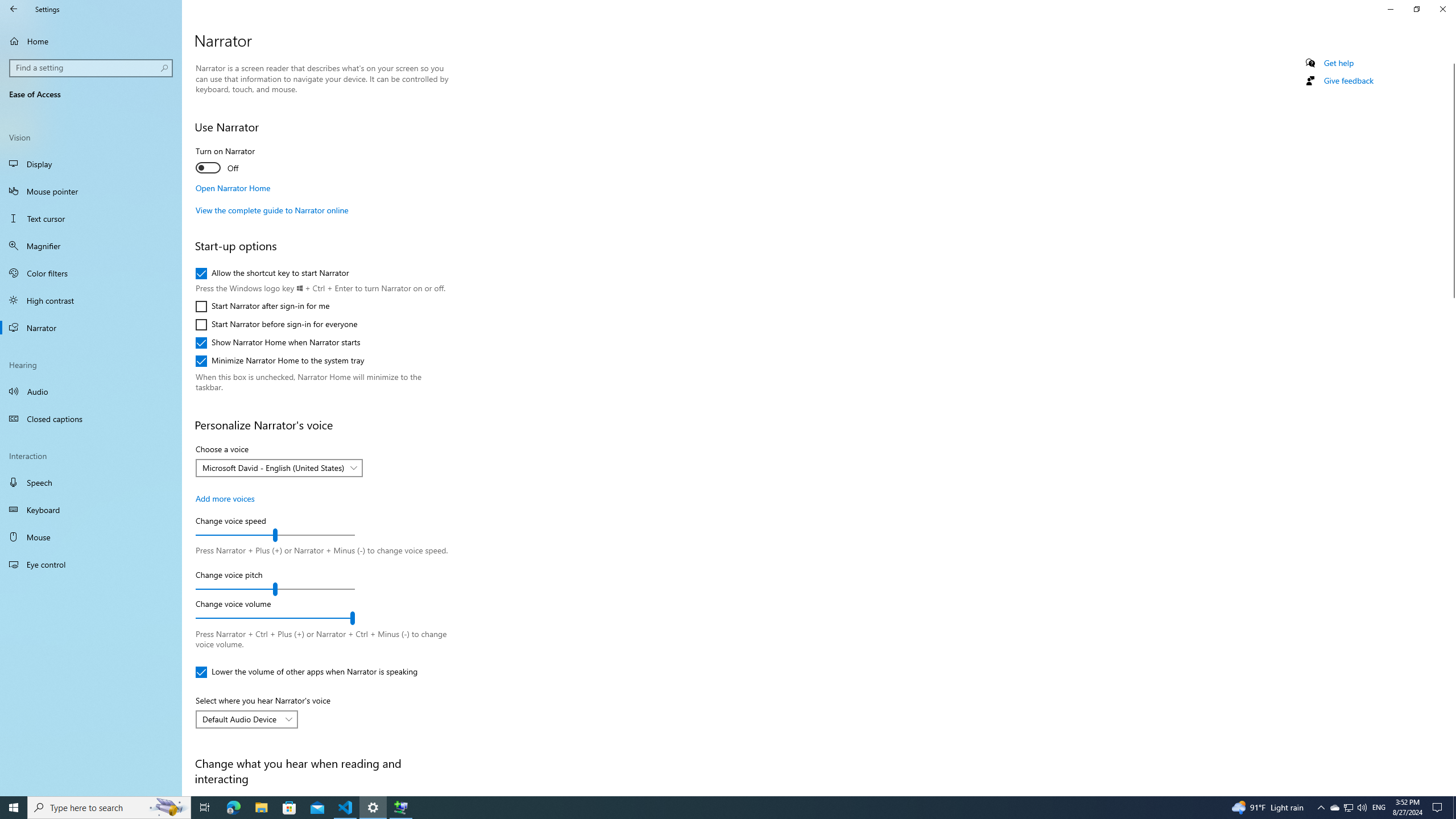 The height and width of the screenshot is (819, 1456). What do you see at coordinates (271, 209) in the screenshot?
I see `'View the complete guide to Narrator online'` at bounding box center [271, 209].